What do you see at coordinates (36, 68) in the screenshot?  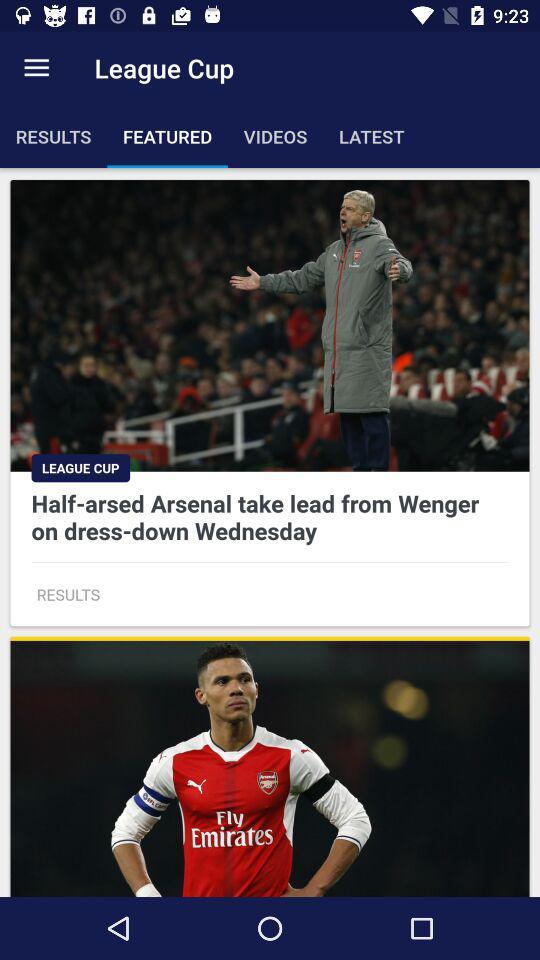 I see `the icon above results icon` at bounding box center [36, 68].